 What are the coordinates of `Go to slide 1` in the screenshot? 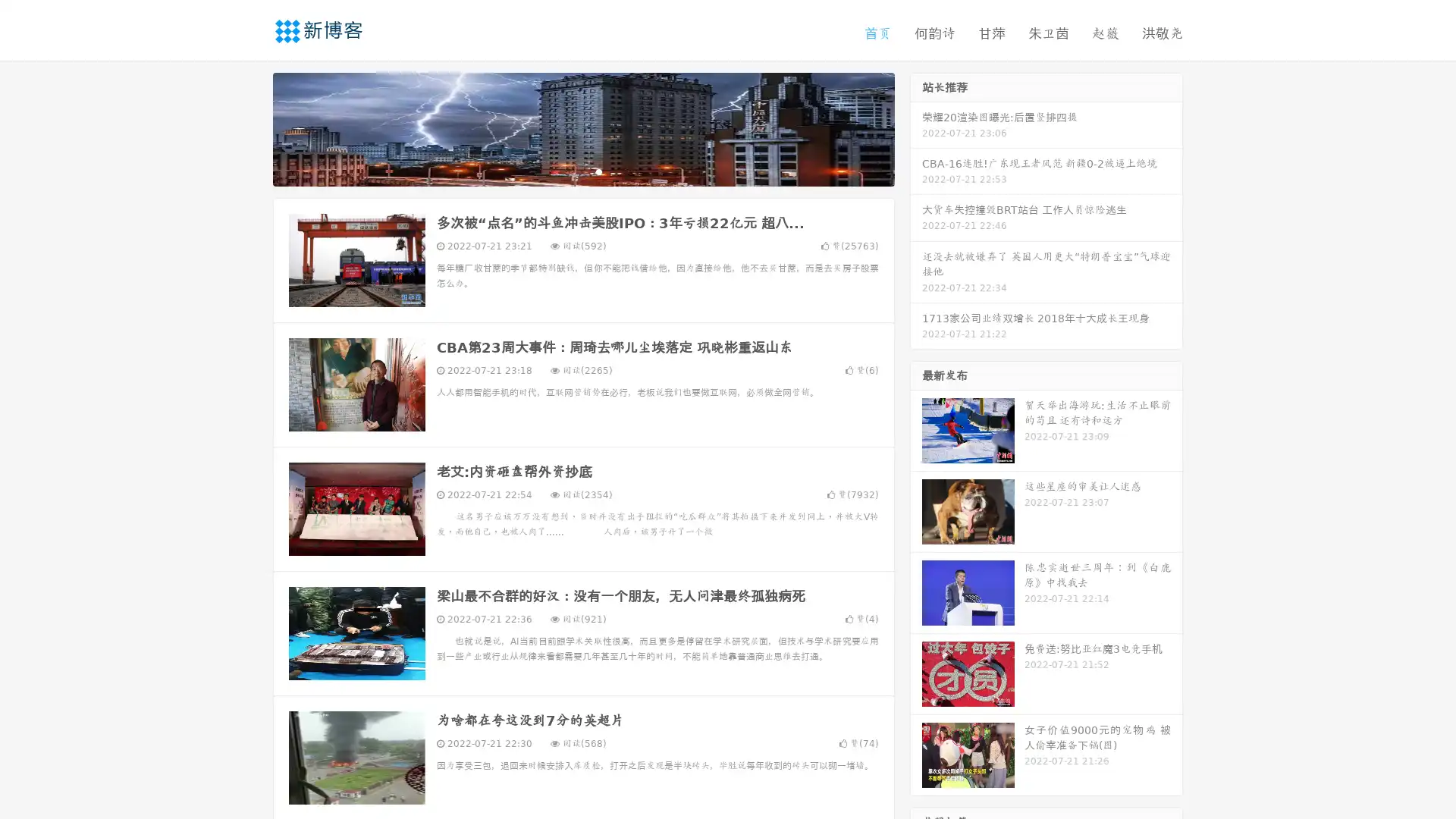 It's located at (567, 171).